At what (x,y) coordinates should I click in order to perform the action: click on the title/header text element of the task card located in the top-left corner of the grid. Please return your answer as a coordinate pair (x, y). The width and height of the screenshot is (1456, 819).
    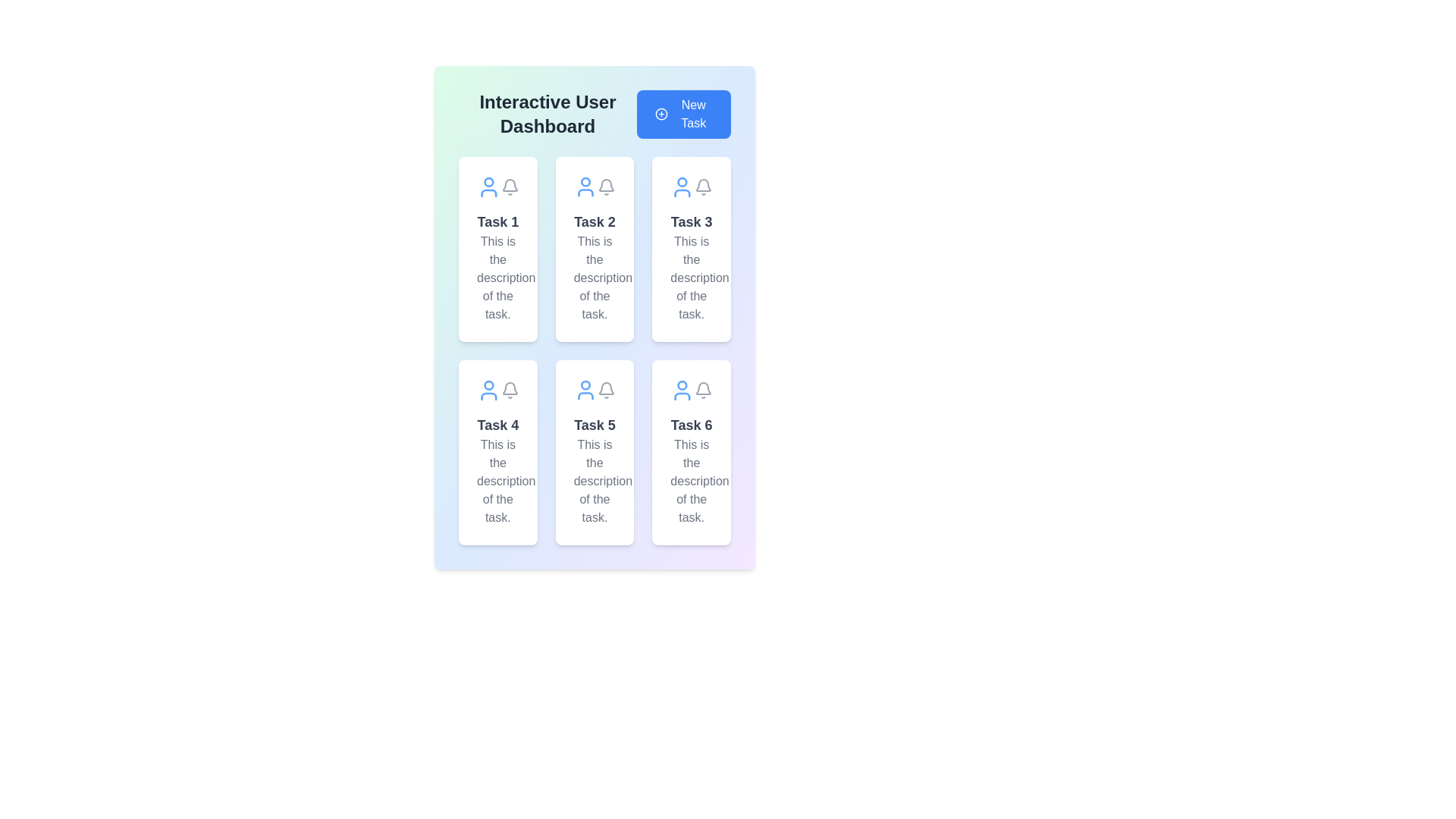
    Looking at the image, I should click on (497, 222).